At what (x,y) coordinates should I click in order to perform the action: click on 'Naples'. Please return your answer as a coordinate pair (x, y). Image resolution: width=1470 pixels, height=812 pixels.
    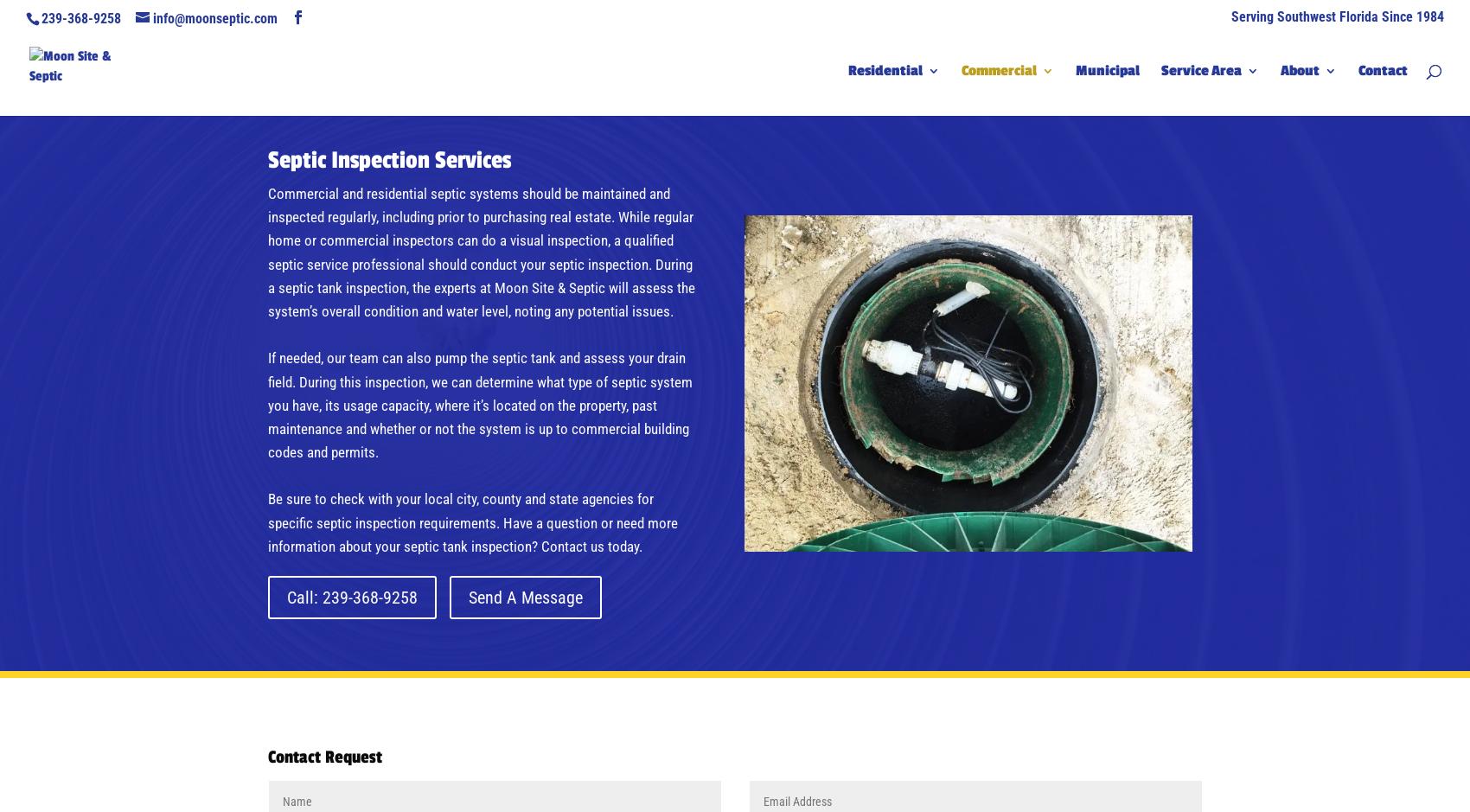
    Looking at the image, I should click on (1216, 188).